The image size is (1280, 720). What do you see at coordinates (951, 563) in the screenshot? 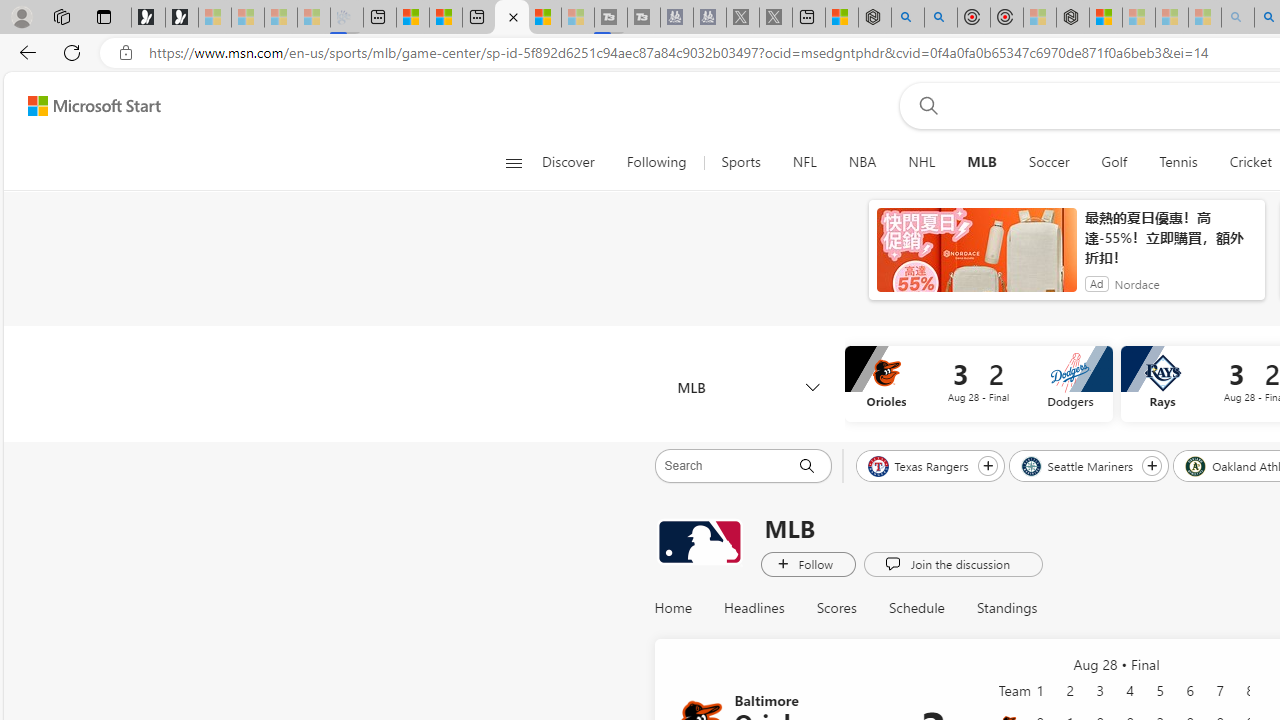
I see `'Join the discussion'` at bounding box center [951, 563].